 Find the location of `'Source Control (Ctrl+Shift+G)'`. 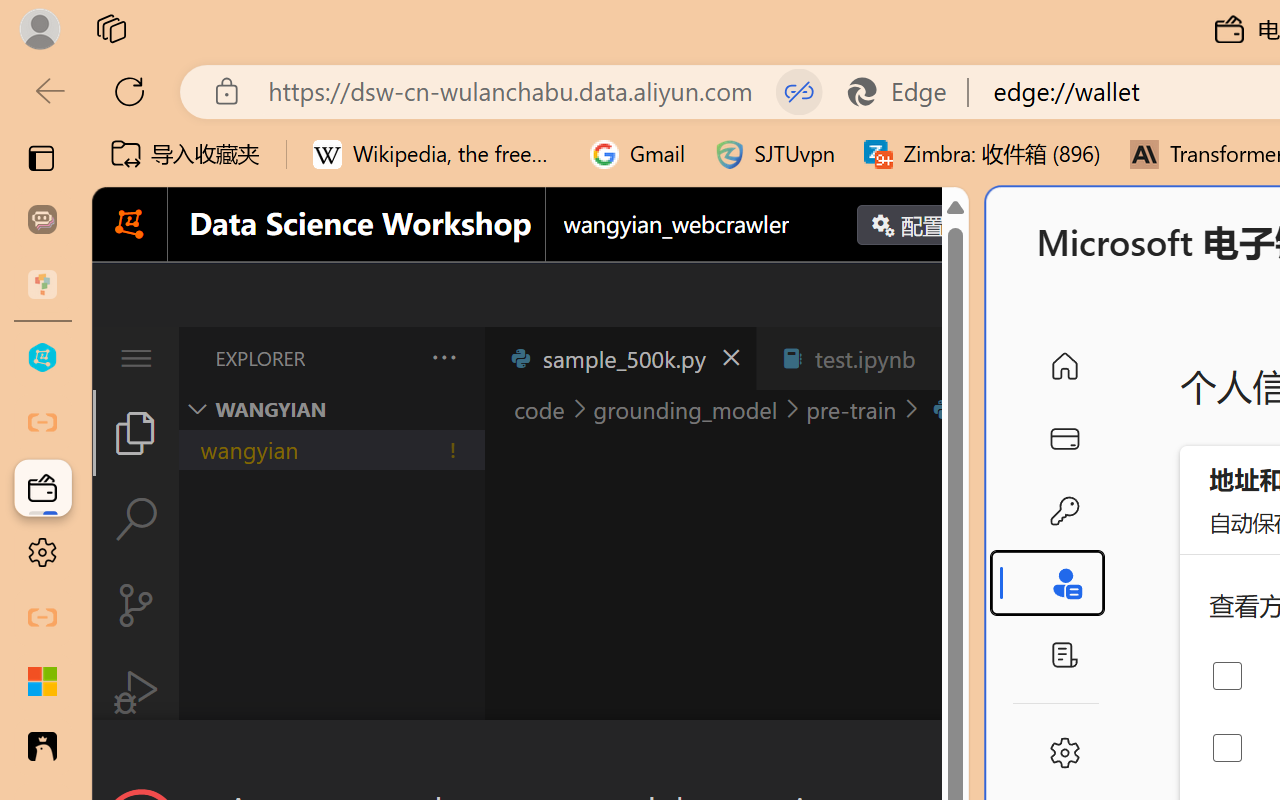

'Source Control (Ctrl+Shift+G)' is located at coordinates (134, 605).